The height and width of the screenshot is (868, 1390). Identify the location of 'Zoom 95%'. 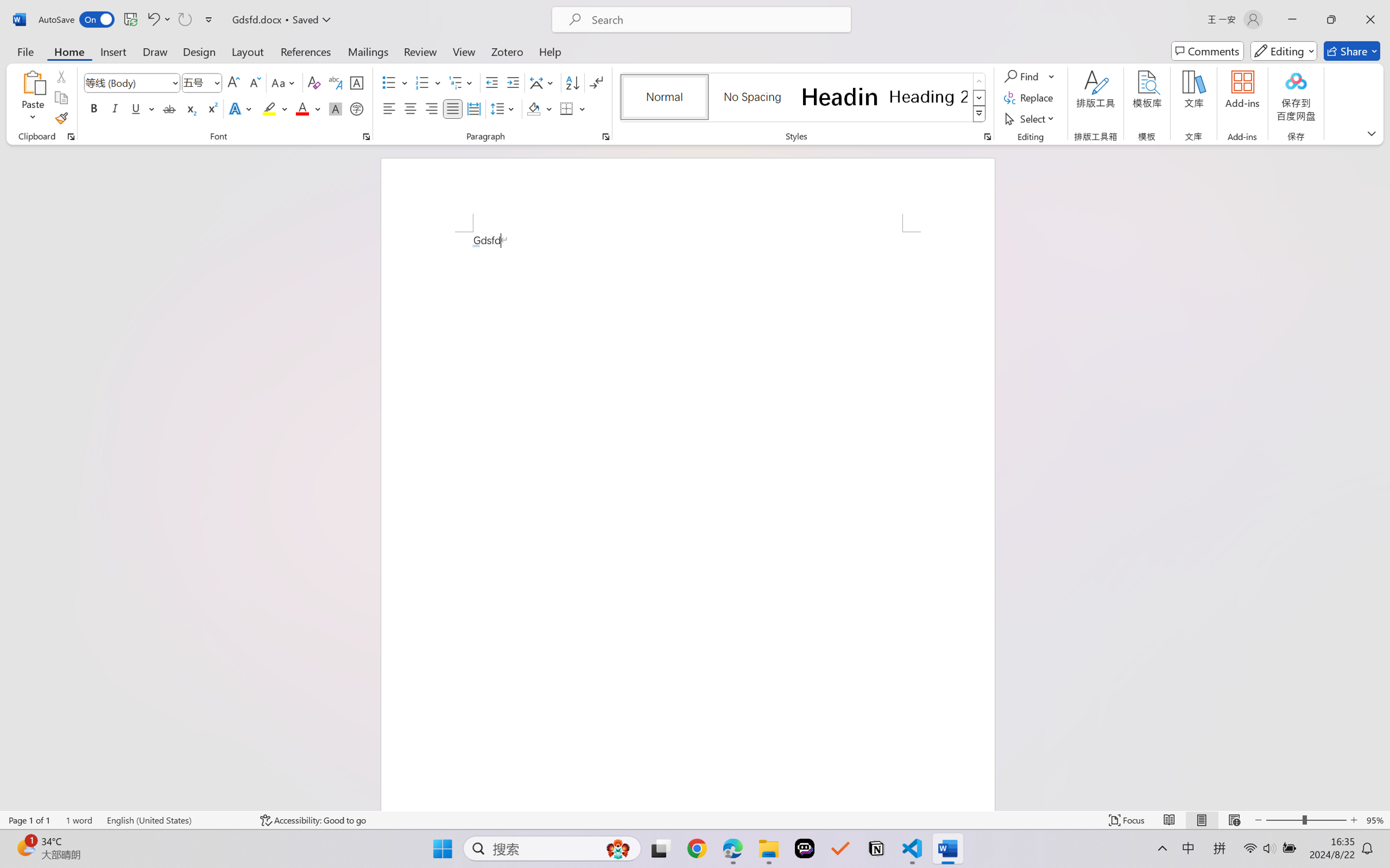
(1375, 820).